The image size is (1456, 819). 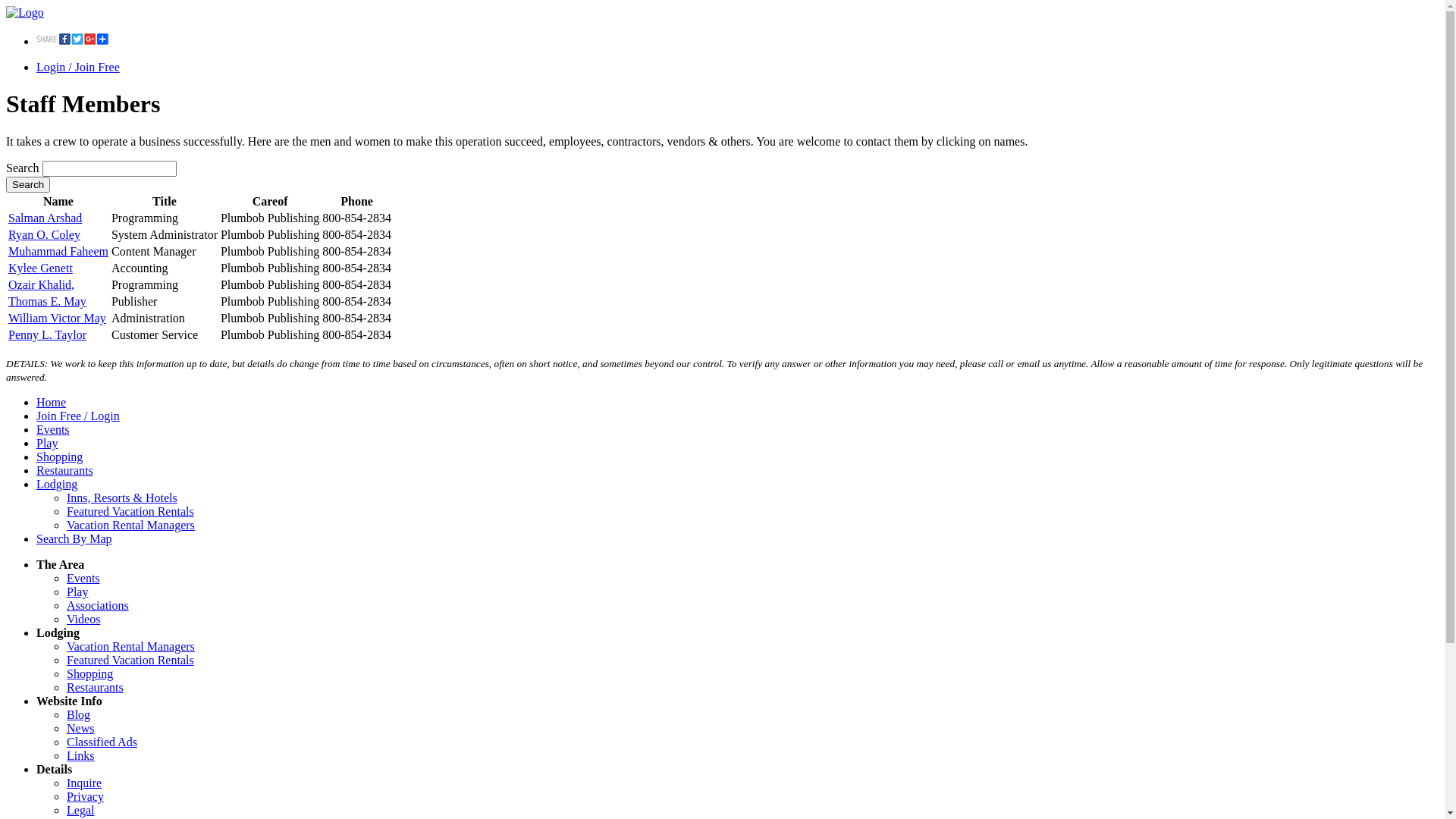 What do you see at coordinates (122, 497) in the screenshot?
I see `'Inns, Resorts & Hotels'` at bounding box center [122, 497].